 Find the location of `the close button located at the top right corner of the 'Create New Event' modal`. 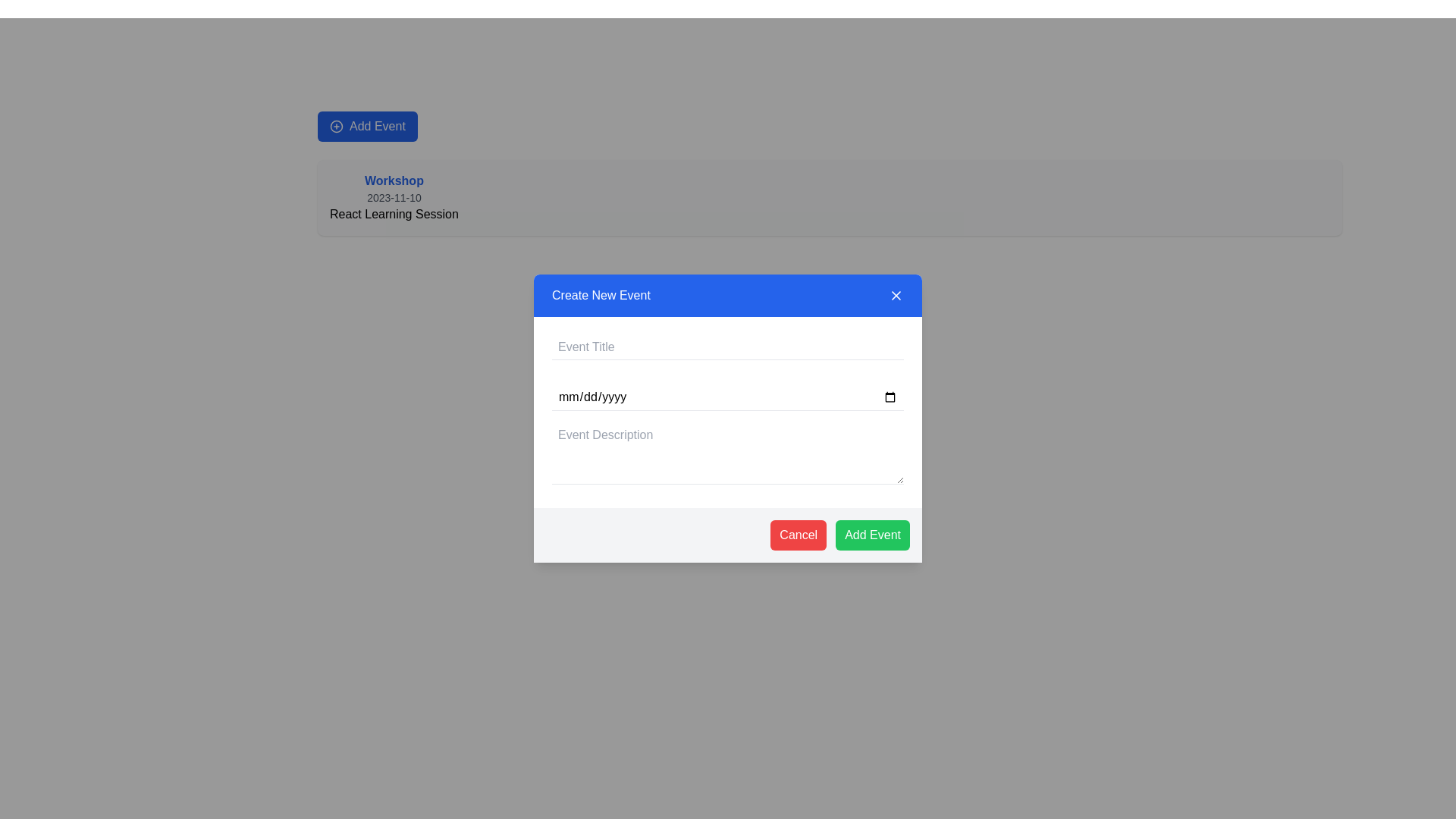

the close button located at the top right corner of the 'Create New Event' modal is located at coordinates (896, 295).